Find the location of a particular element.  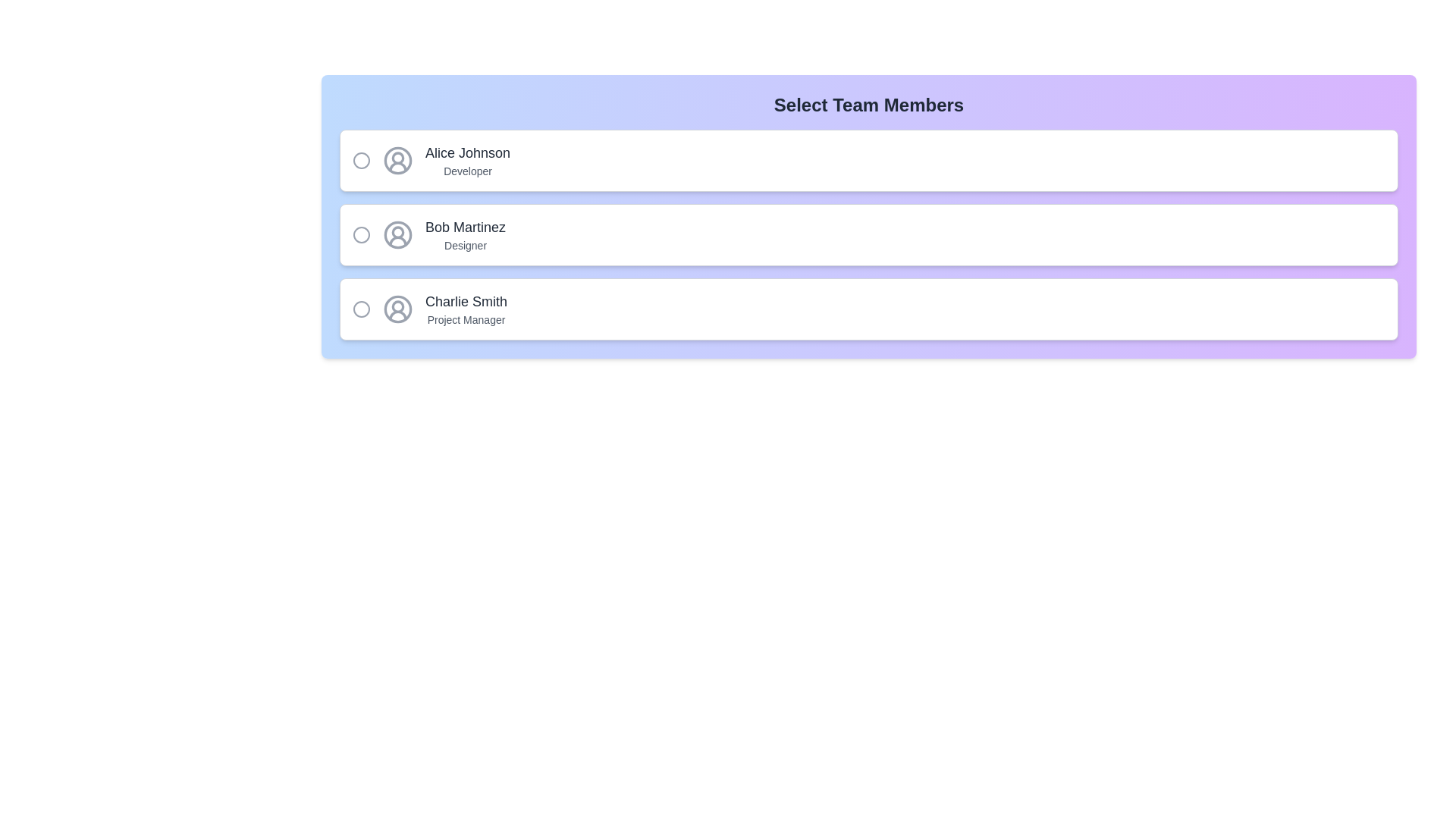

the circular user profile icon with a gray outline located to the left of the text 'Bob Martinez Designer' in the second card of the 'Select Team Members' section is located at coordinates (397, 234).